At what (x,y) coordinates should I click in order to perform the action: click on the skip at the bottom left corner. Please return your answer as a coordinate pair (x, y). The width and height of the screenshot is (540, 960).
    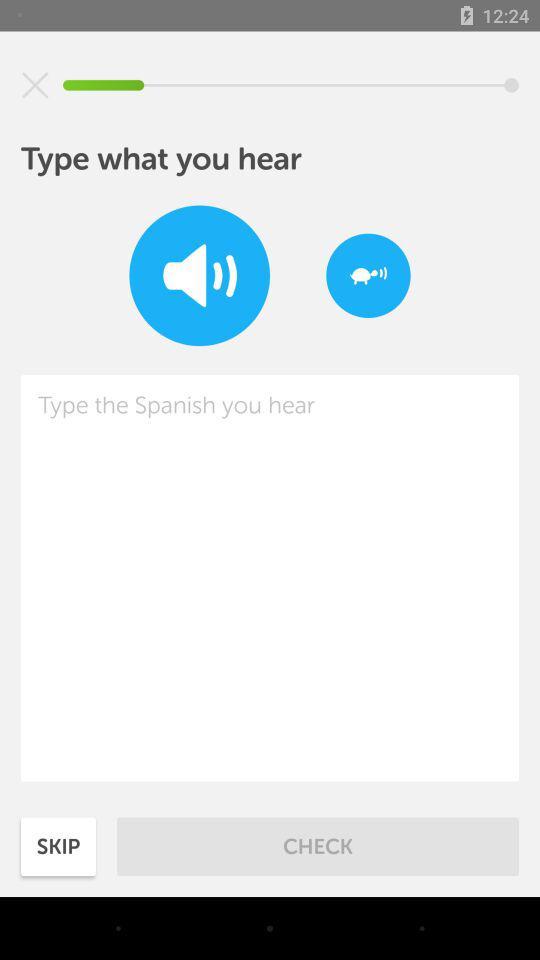
    Looking at the image, I should click on (58, 845).